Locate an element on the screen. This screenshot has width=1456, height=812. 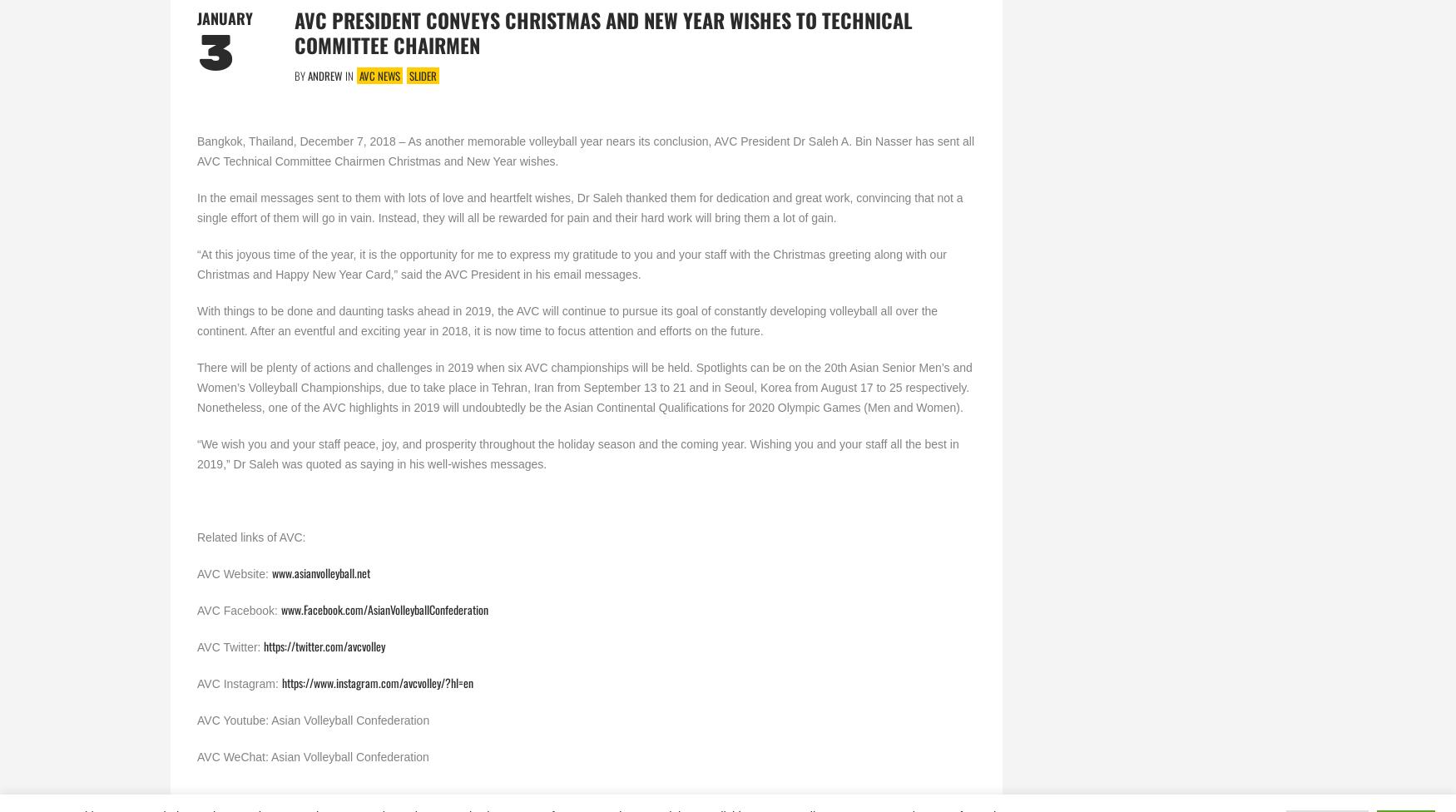
'January' is located at coordinates (196, 17).